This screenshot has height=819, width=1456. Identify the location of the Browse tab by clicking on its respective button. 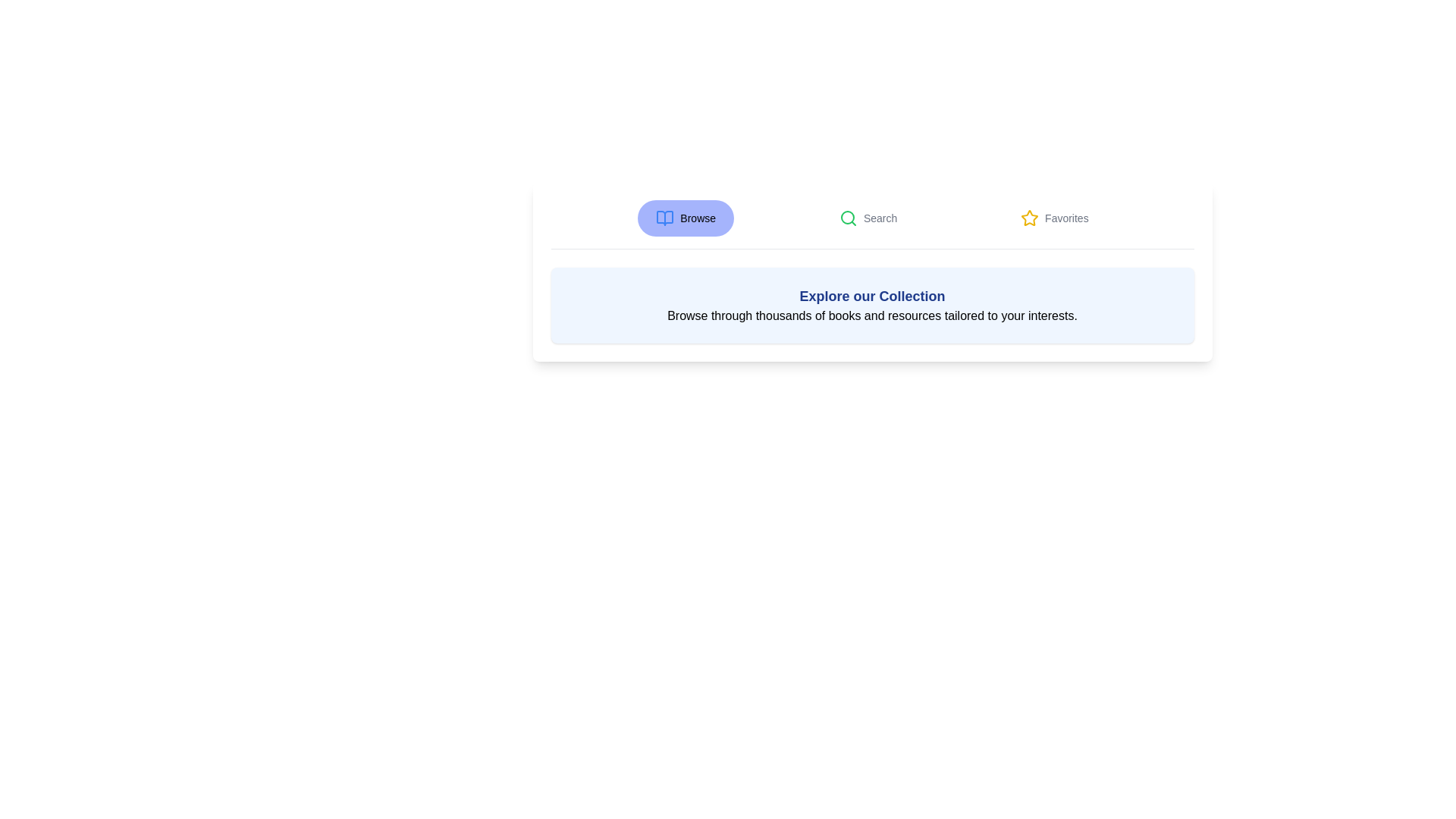
(685, 218).